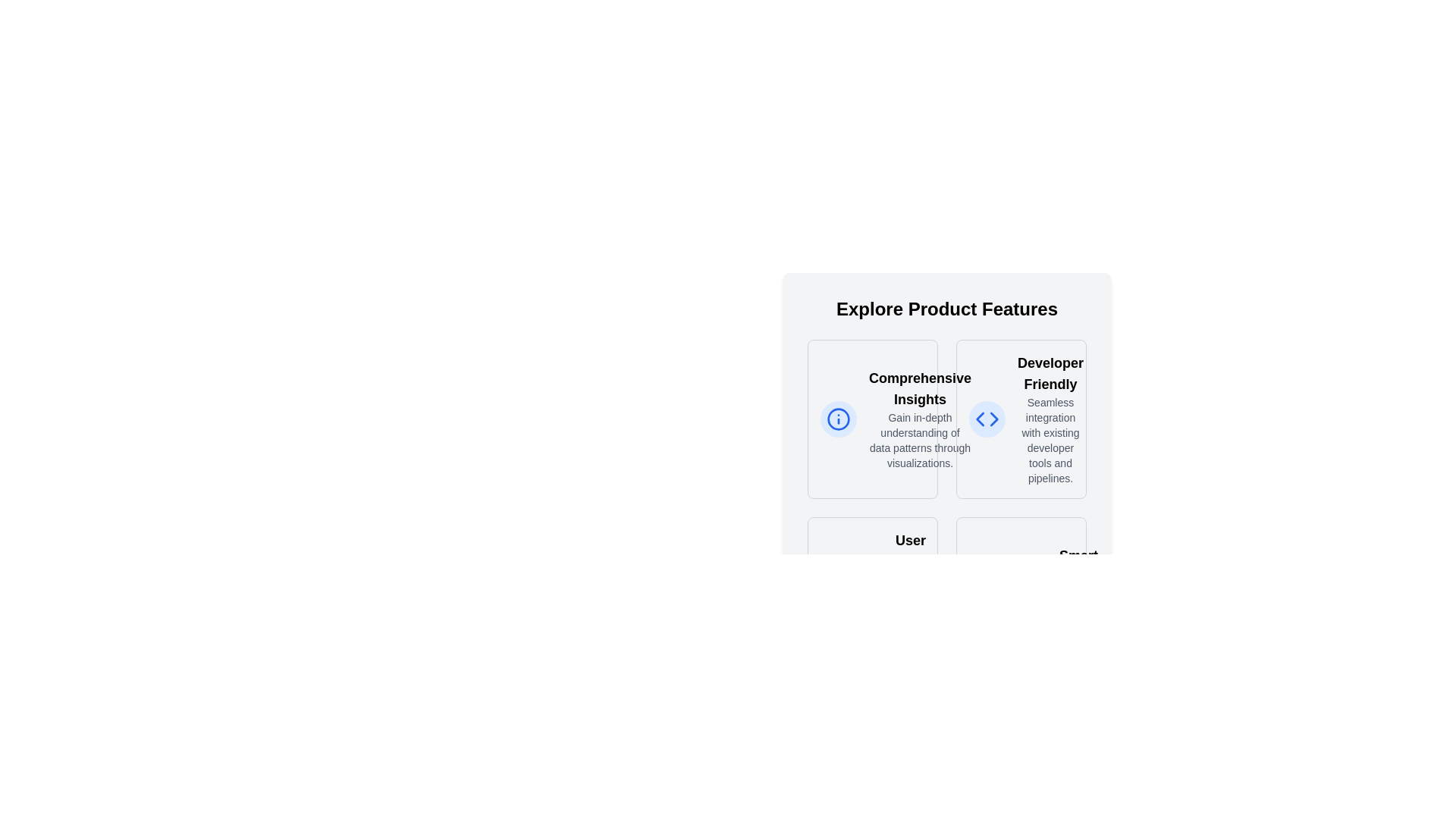 The height and width of the screenshot is (819, 1456). I want to click on the informational icon located at the top-left corner of the 'Comprehensive Insights' card, so click(837, 419).